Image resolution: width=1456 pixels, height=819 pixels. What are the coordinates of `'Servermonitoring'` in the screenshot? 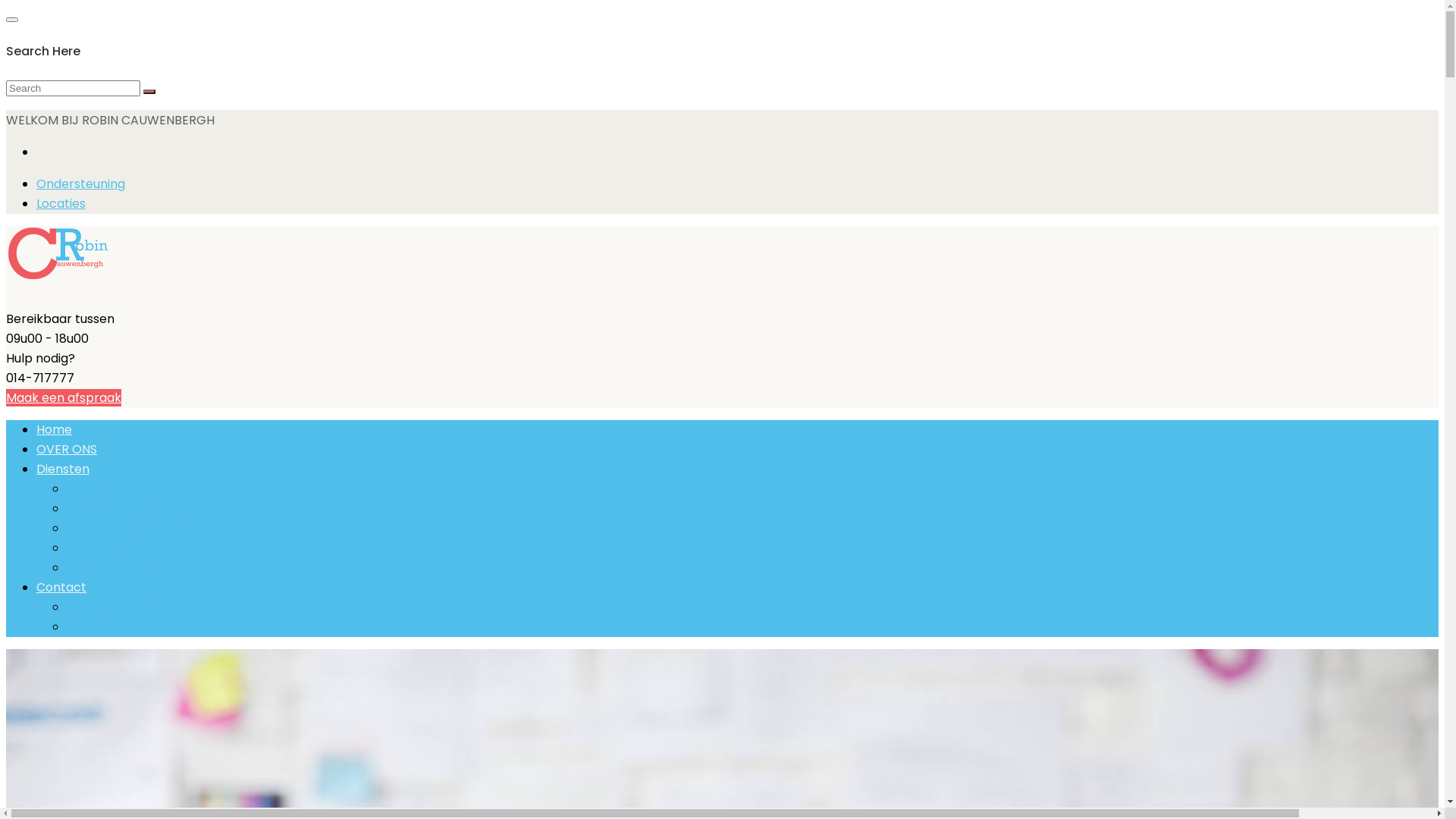 It's located at (118, 508).